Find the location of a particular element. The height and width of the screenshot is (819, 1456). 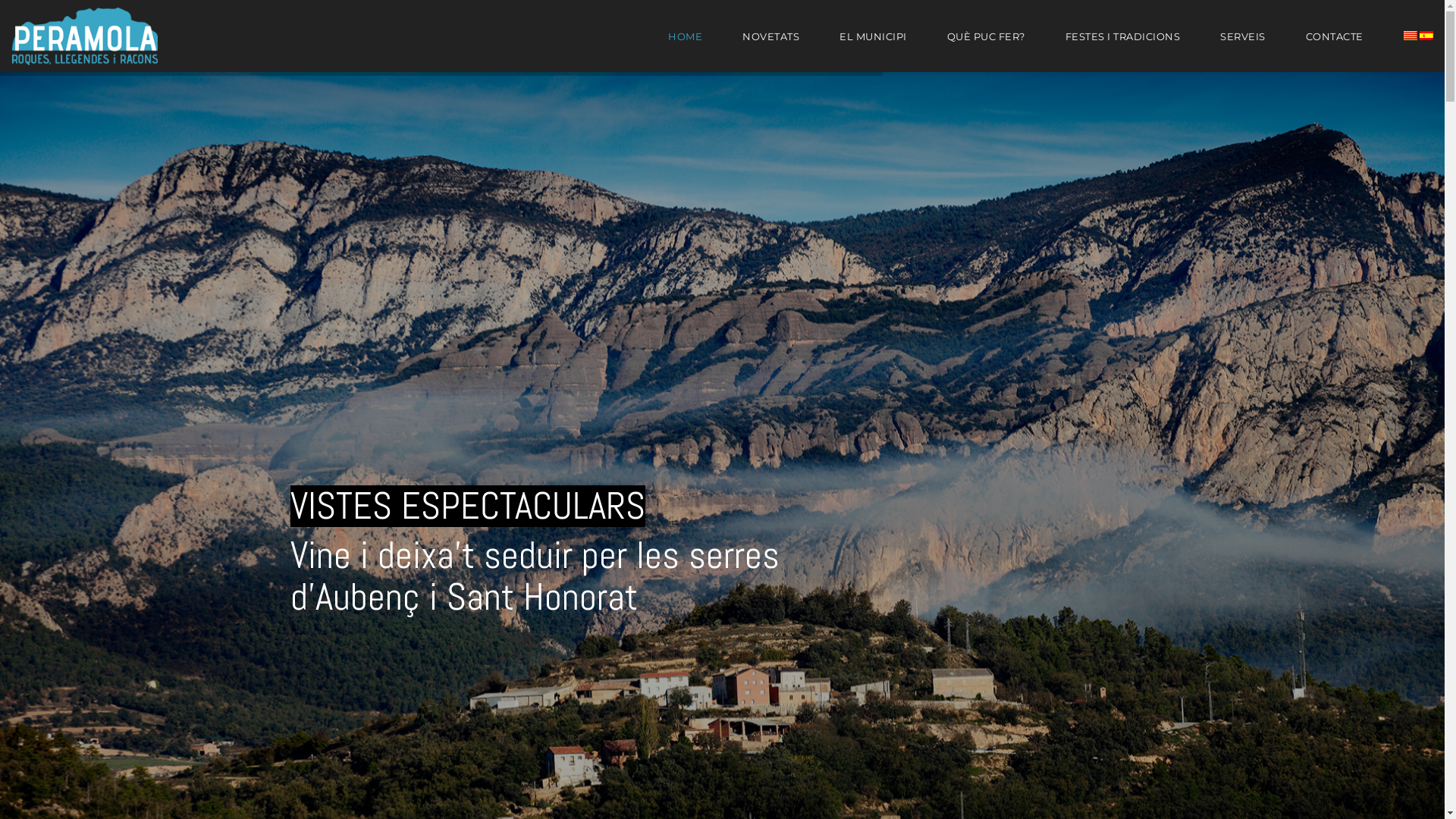

'EL MUNICIPI' is located at coordinates (873, 47).